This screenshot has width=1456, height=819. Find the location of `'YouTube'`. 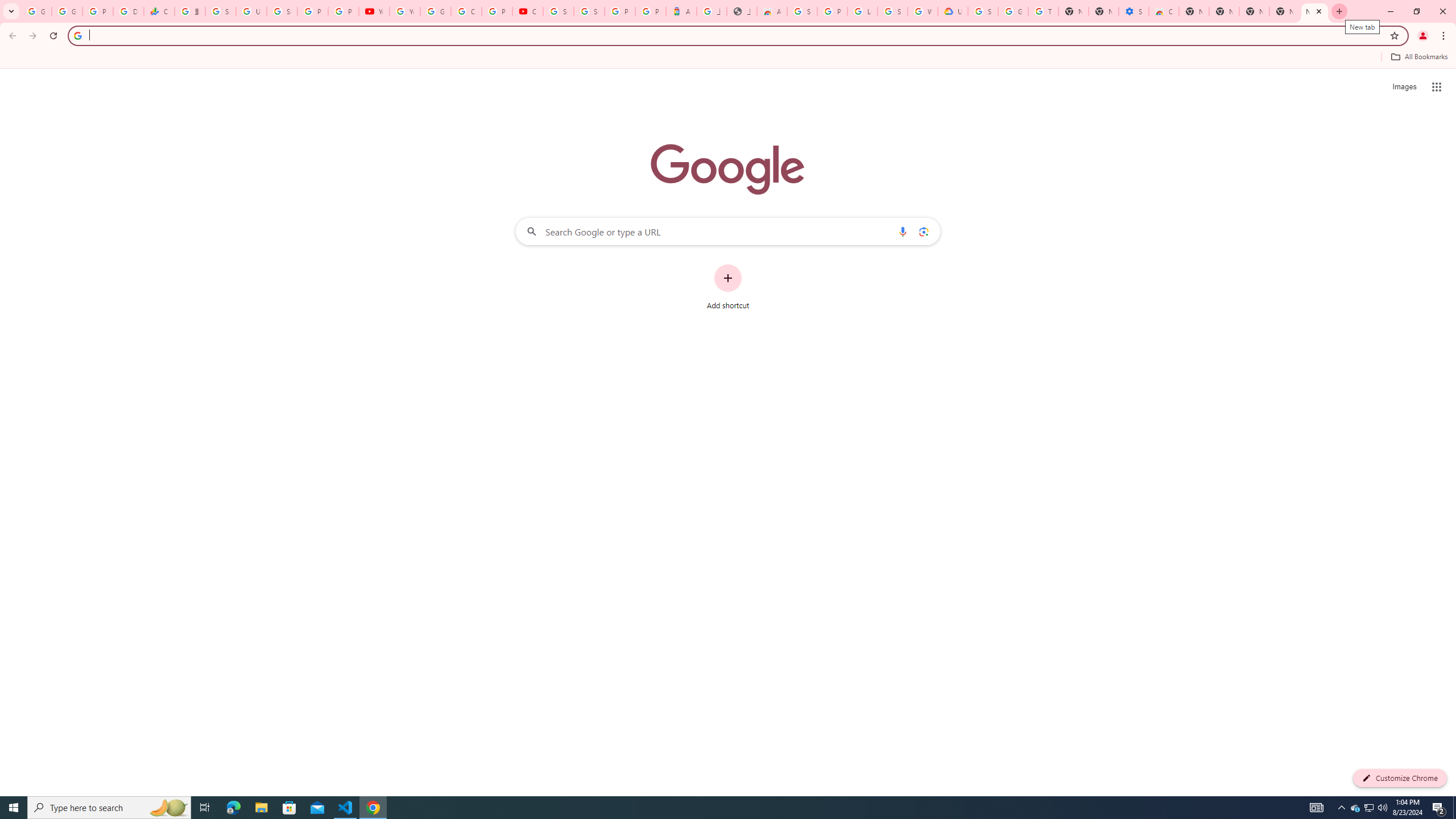

'YouTube' is located at coordinates (373, 11).